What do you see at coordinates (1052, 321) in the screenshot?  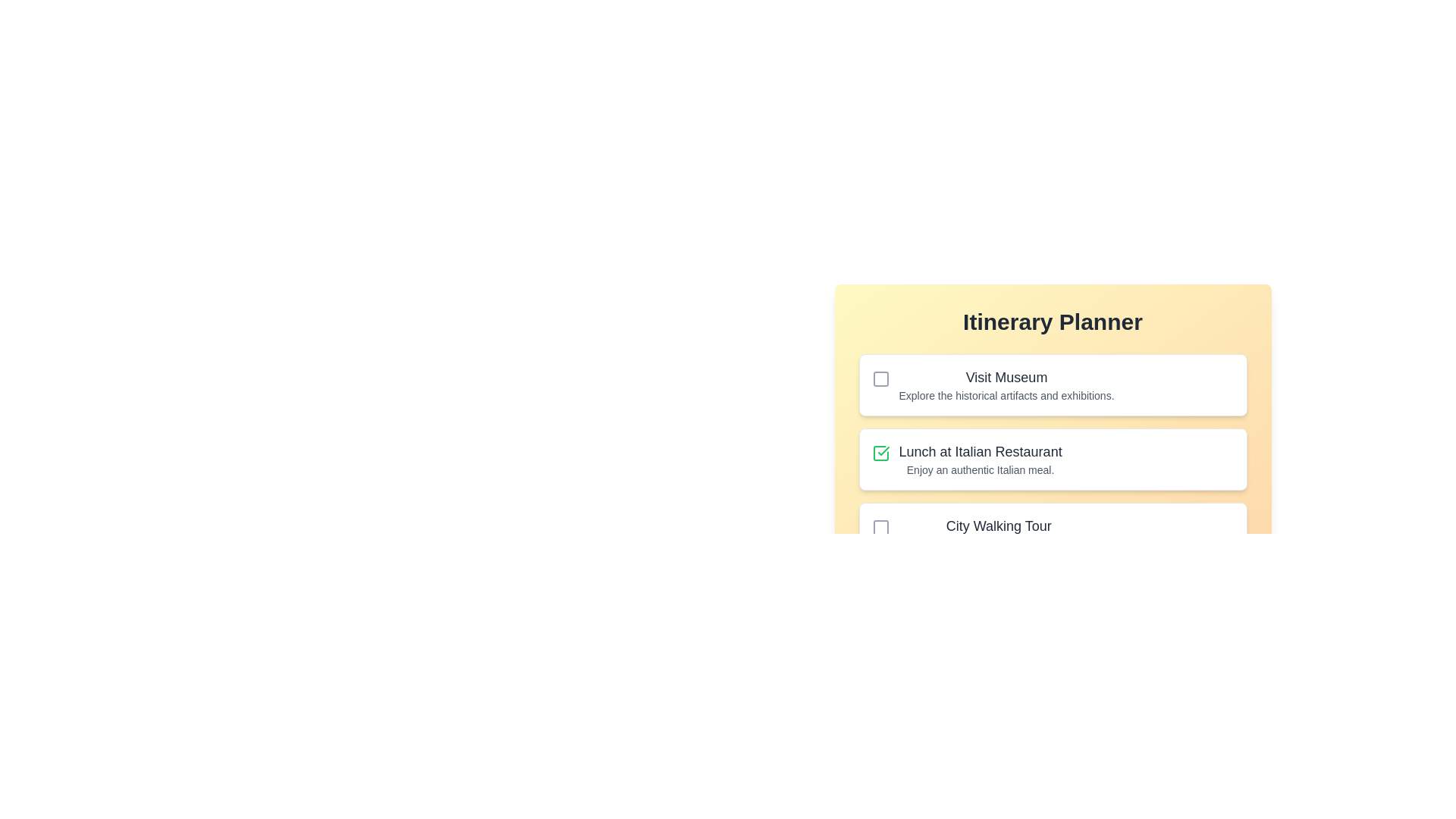 I see `the header titled 'Itinerary Planner', which is a bold, centered title with dark gray text on a yellow-orange gradient background, positioned at the top of the layout` at bounding box center [1052, 321].